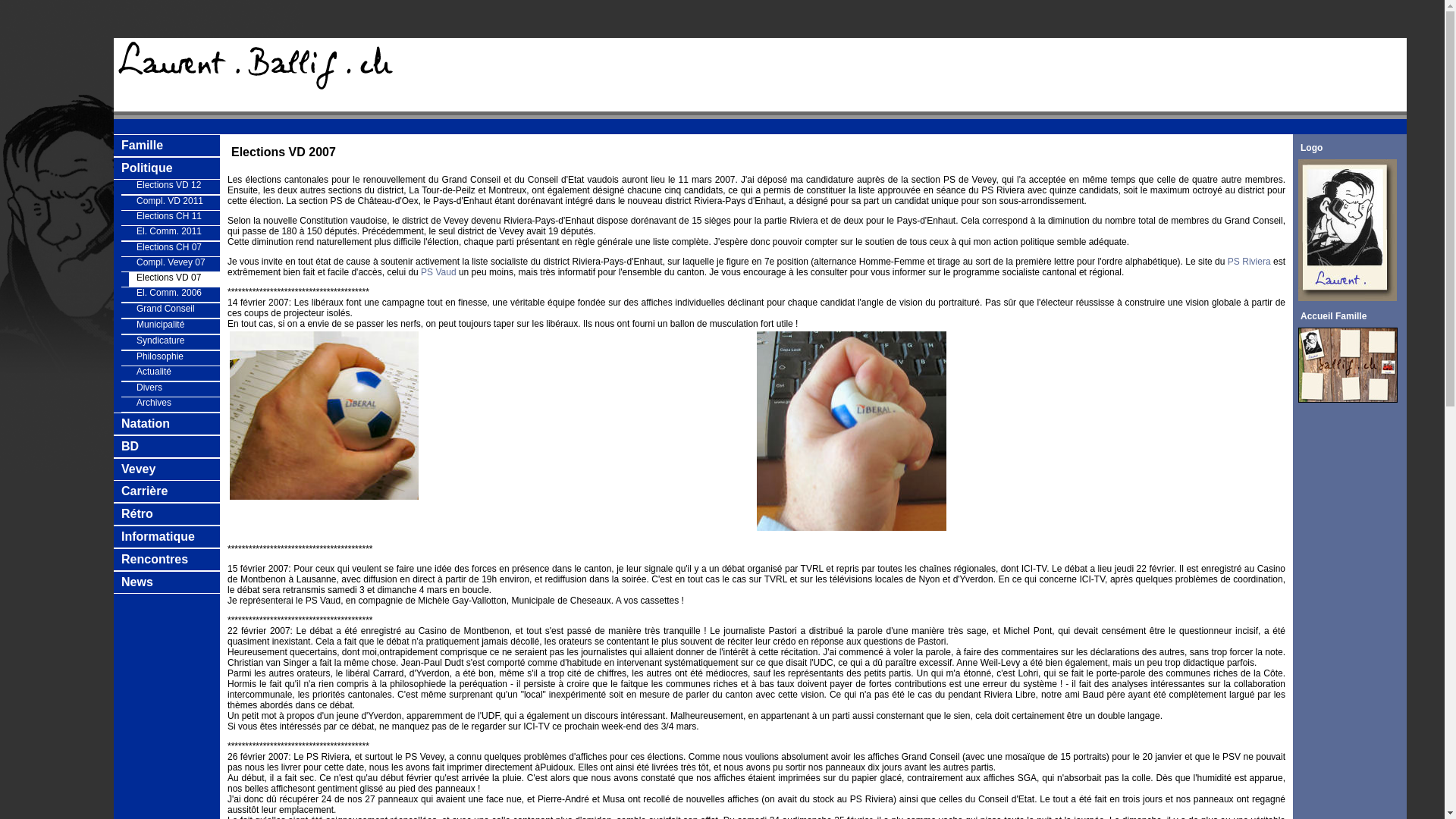  Describe the element at coordinates (138, 468) in the screenshot. I see `'Vevey'` at that location.